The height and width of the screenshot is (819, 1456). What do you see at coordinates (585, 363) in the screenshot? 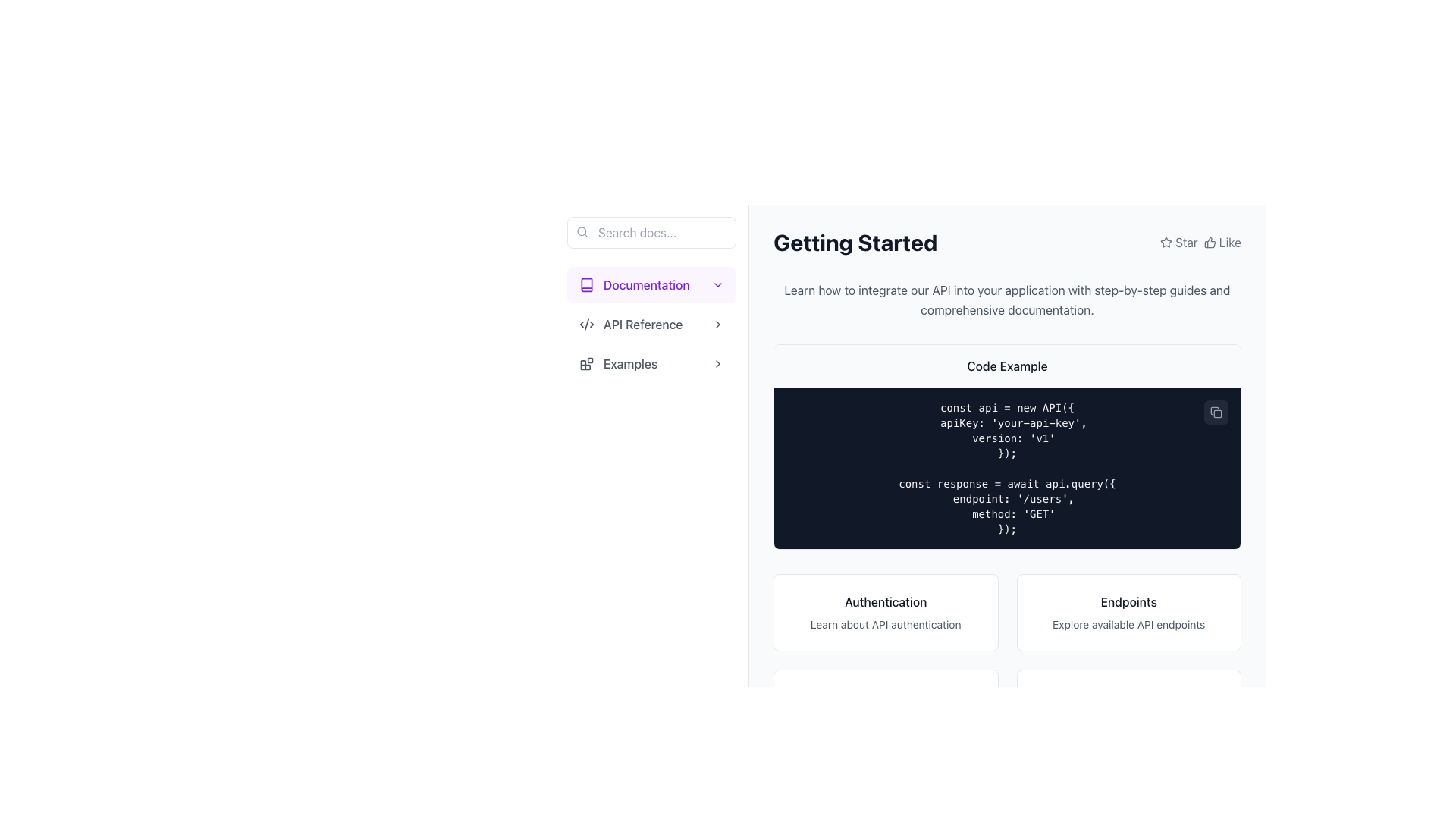
I see `the icon resembling a group of blocks or tiles, located in the 'Examples' section of the left navigation menu, positioned to the left of the text 'Examples'` at bounding box center [585, 363].